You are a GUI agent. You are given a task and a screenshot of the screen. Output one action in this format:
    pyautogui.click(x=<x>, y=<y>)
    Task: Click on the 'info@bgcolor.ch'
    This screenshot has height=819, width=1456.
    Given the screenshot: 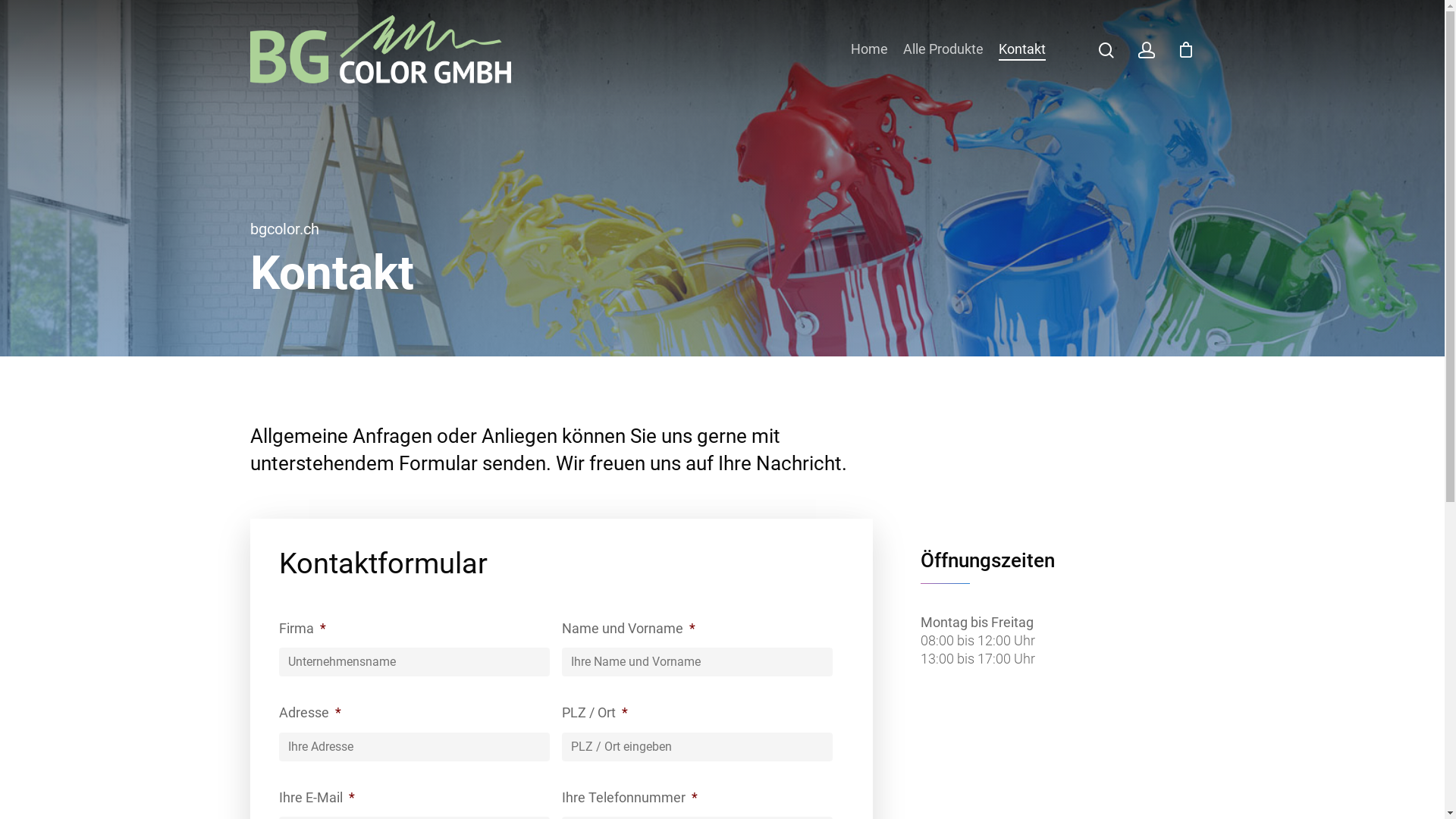 What is the action you would take?
    pyautogui.click(x=662, y=648)
    